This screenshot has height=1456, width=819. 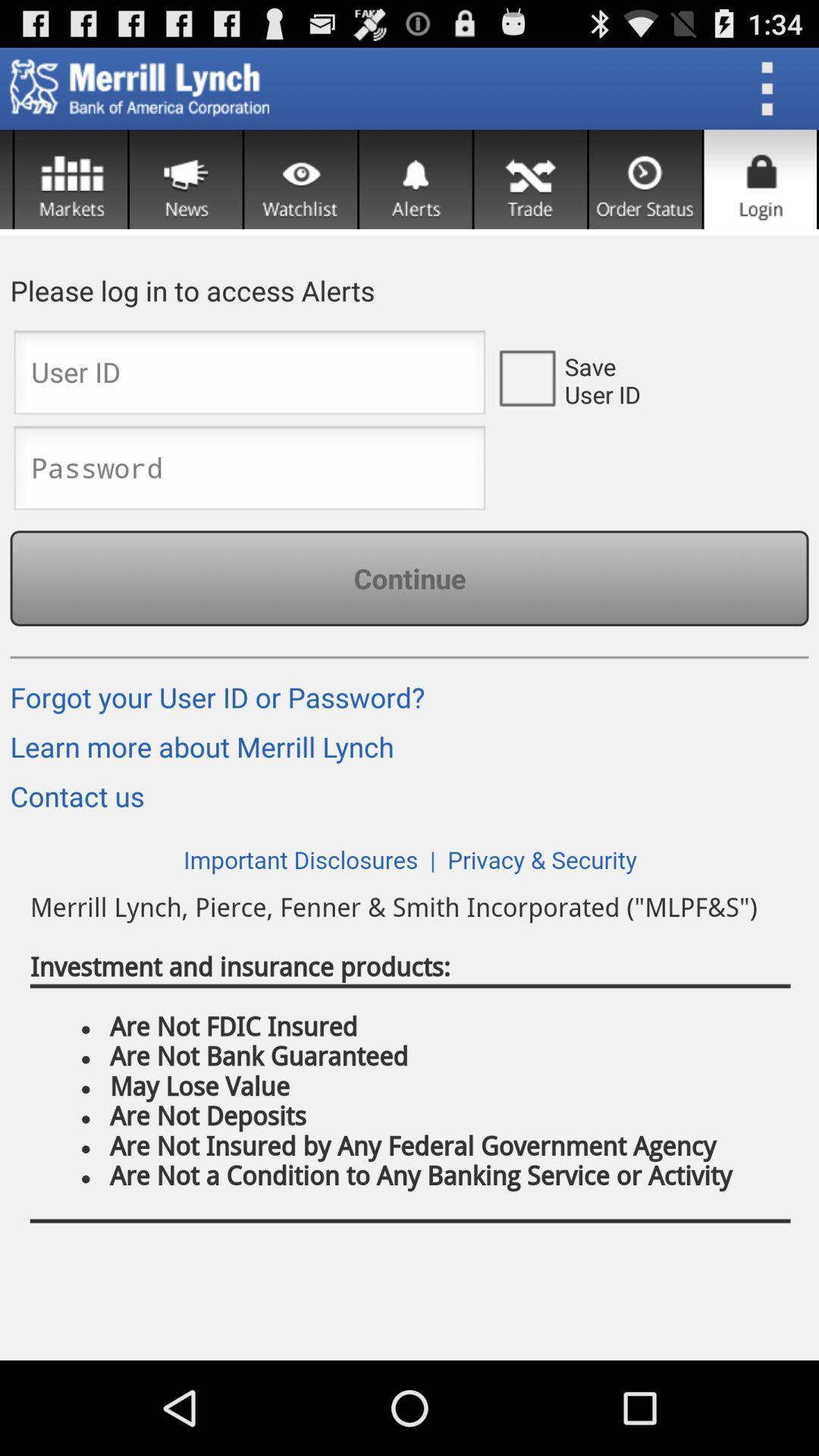 I want to click on the notifications icon, so click(x=416, y=191).